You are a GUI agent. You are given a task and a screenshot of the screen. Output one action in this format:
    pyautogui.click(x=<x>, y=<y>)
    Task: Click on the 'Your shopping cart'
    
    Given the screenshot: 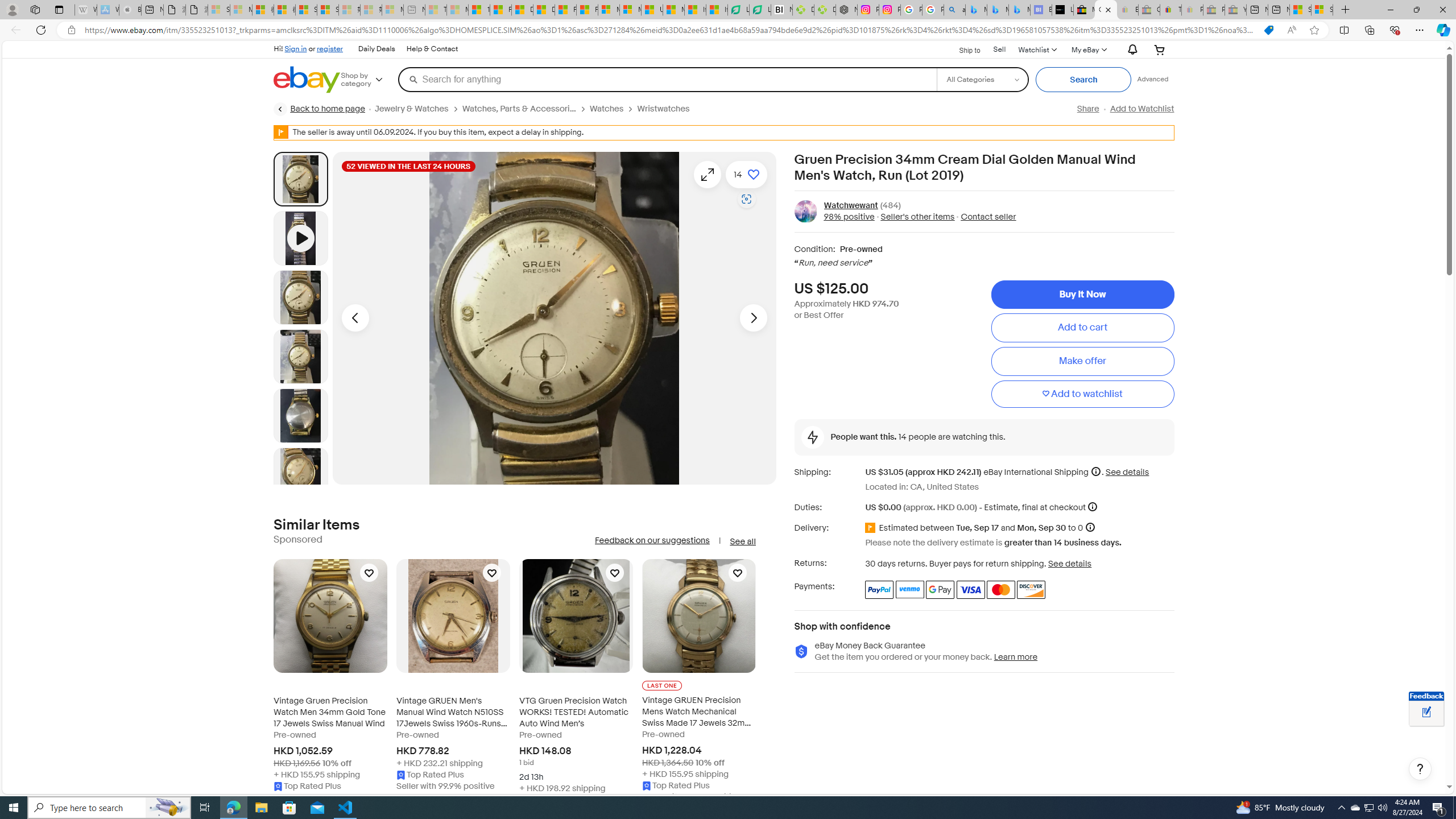 What is the action you would take?
    pyautogui.click(x=1159, y=49)
    